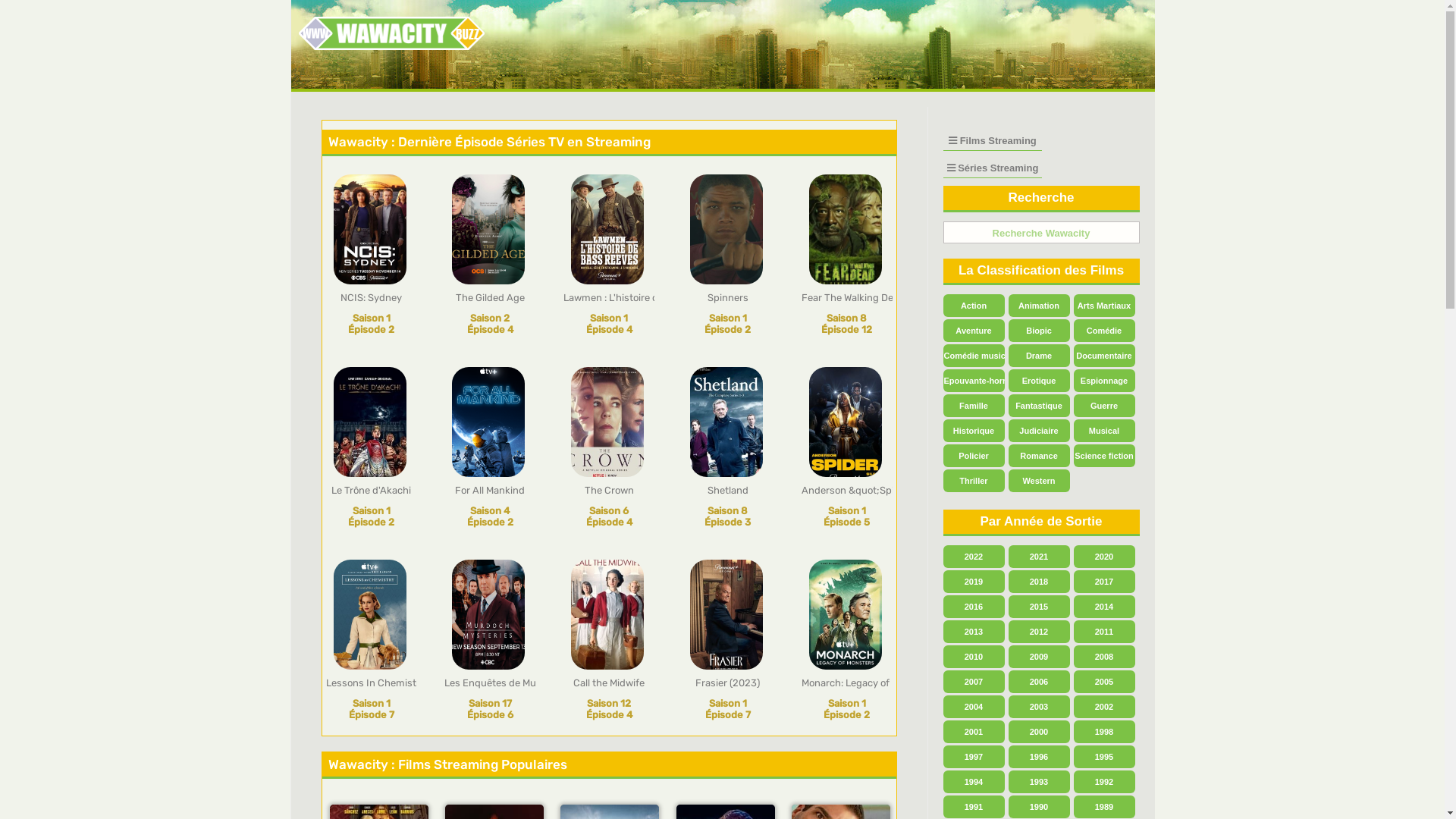 This screenshot has width=1456, height=819. What do you see at coordinates (1038, 556) in the screenshot?
I see `'2021'` at bounding box center [1038, 556].